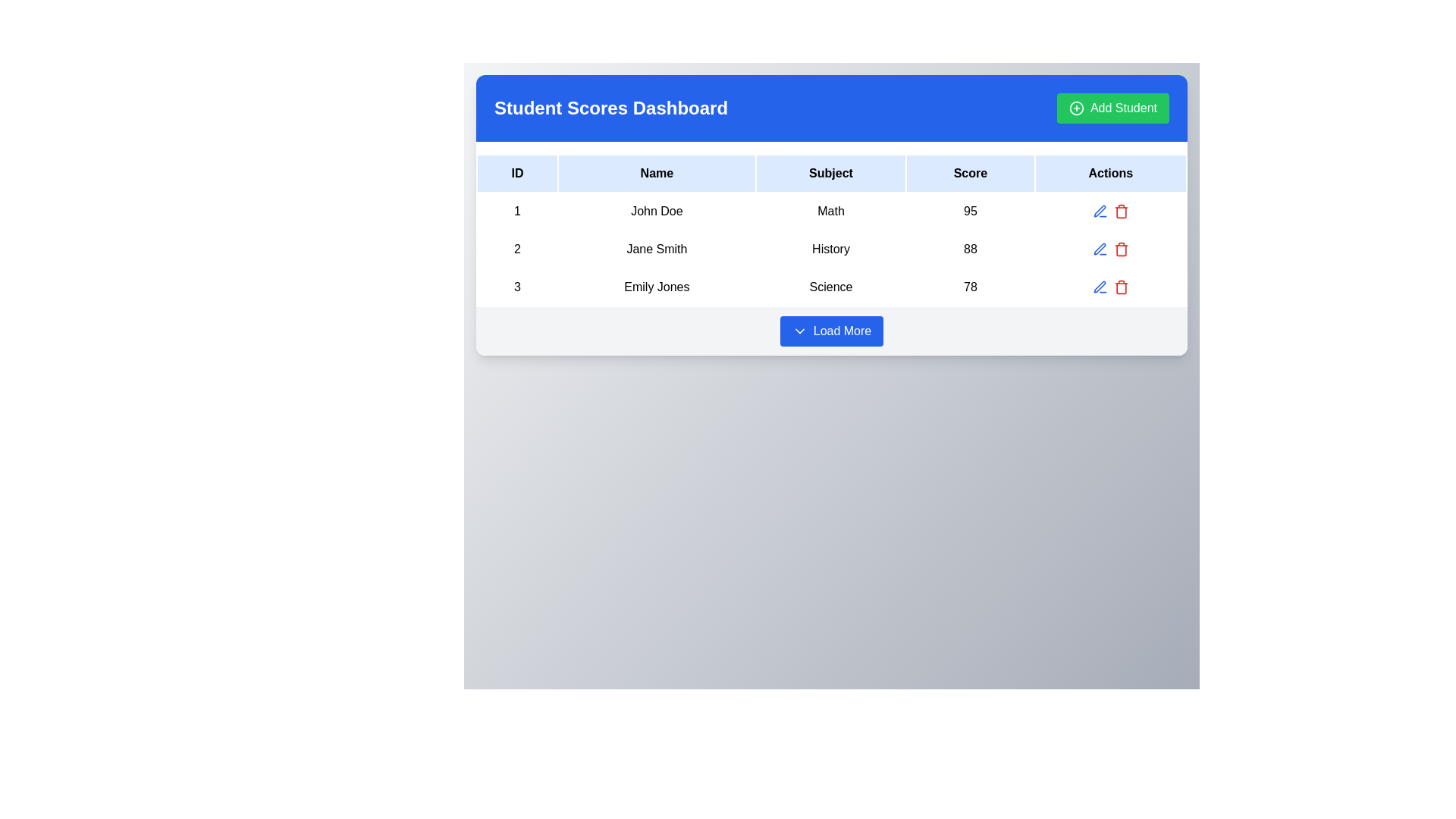  What do you see at coordinates (1110, 211) in the screenshot?
I see `the interactive icons in the Action cell of the first row in the Student Scores Dashboard table` at bounding box center [1110, 211].